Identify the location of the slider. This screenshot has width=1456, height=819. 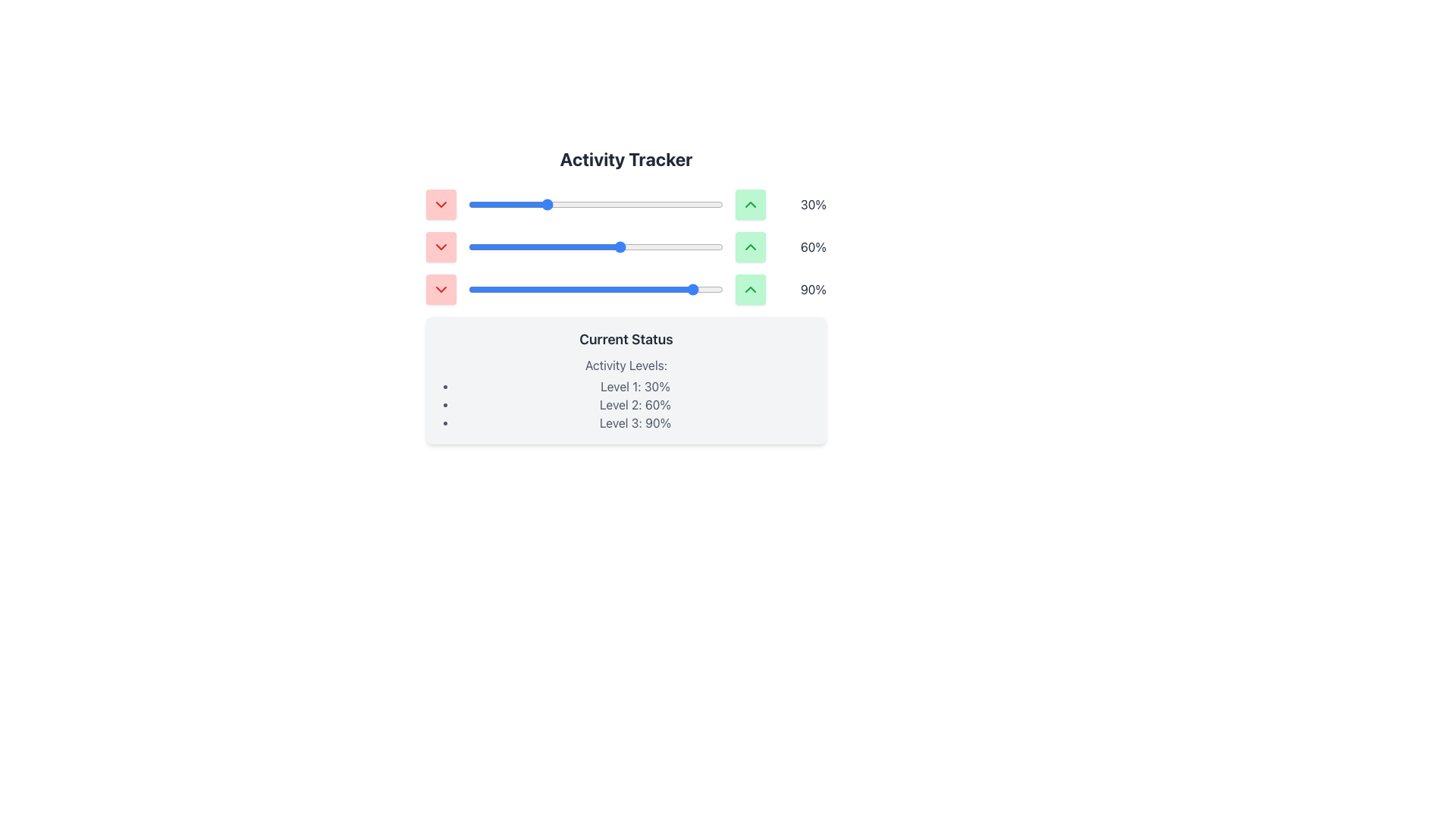
(697, 289).